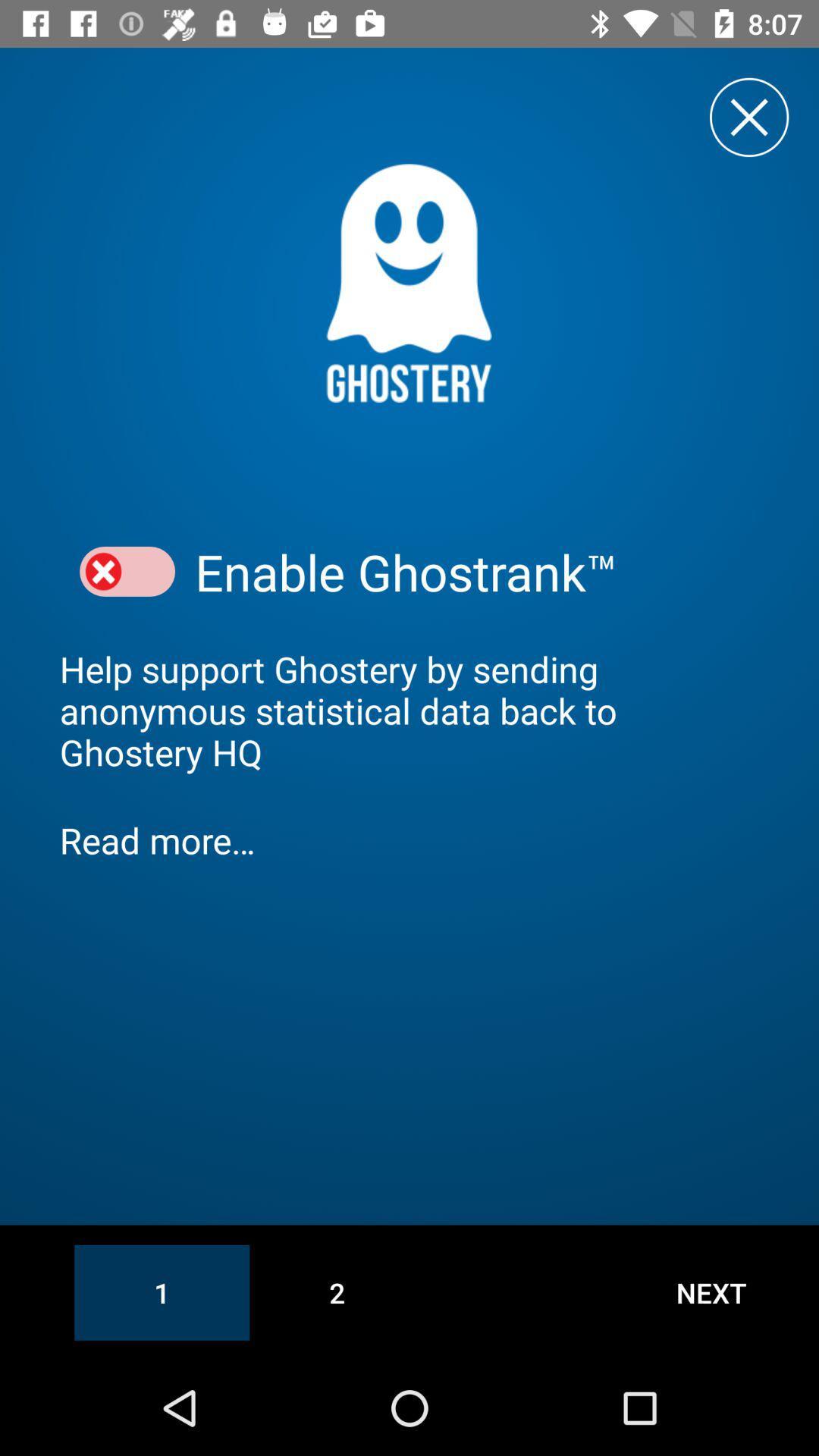 This screenshot has width=819, height=1456. What do you see at coordinates (336, 1291) in the screenshot?
I see `the item next to the 1` at bounding box center [336, 1291].